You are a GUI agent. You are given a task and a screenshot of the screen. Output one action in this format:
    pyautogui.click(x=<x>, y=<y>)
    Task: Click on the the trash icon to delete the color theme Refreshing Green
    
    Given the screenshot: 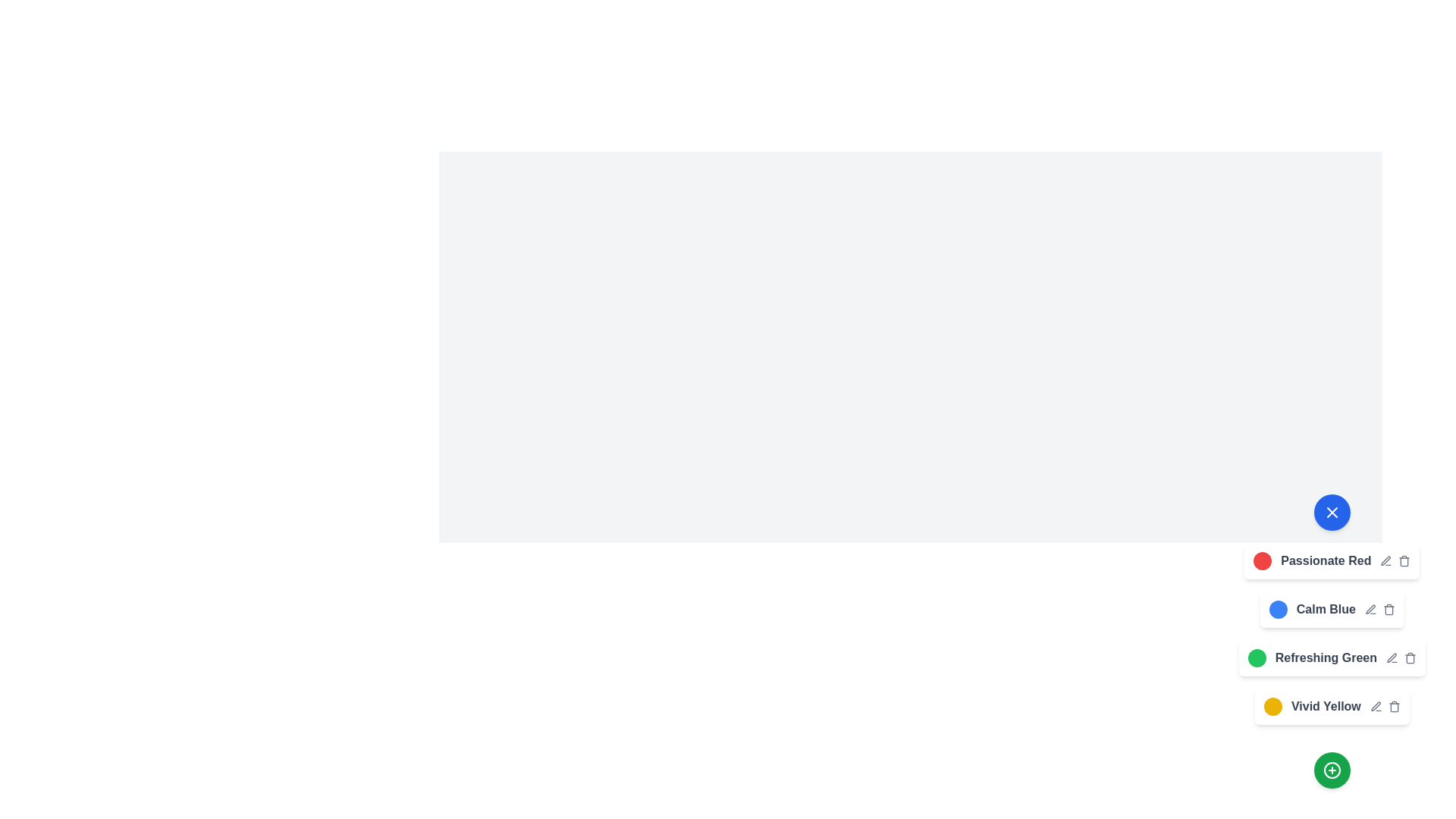 What is the action you would take?
    pyautogui.click(x=1410, y=657)
    